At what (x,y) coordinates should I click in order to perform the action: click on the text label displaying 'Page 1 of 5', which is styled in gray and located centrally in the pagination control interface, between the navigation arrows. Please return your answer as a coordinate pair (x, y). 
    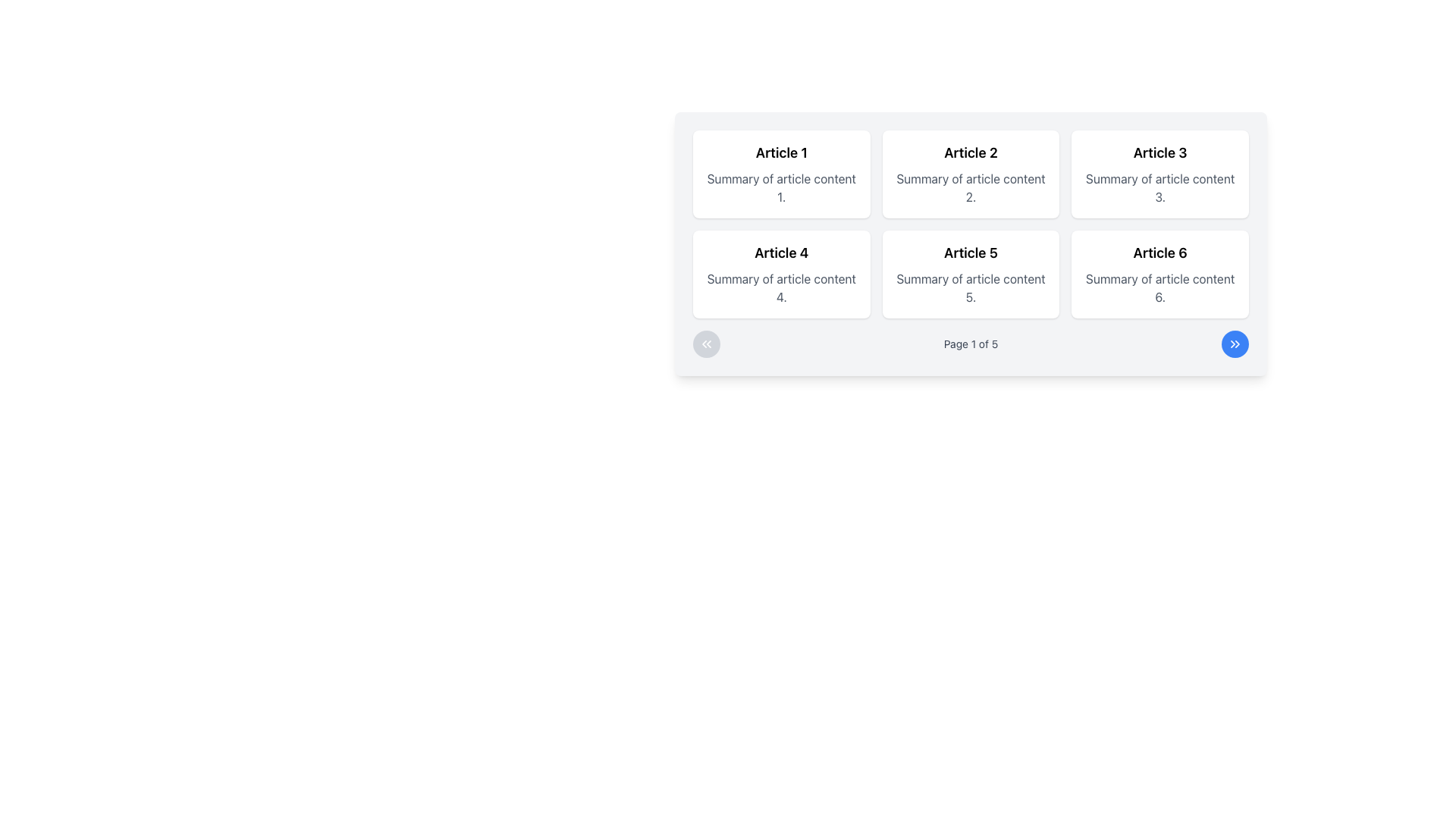
    Looking at the image, I should click on (971, 344).